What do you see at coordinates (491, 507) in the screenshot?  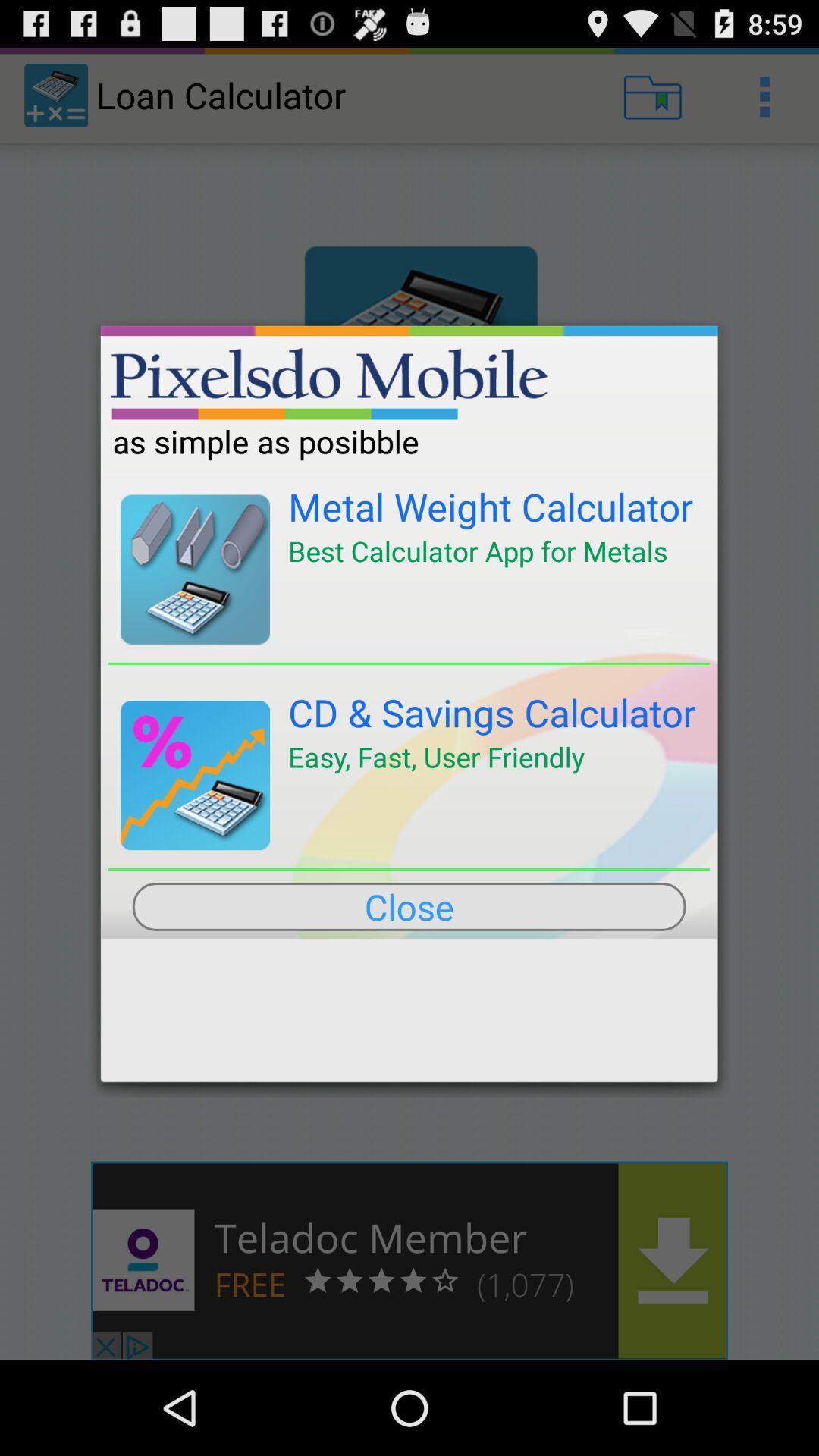 I see `icon below as simple as app` at bounding box center [491, 507].